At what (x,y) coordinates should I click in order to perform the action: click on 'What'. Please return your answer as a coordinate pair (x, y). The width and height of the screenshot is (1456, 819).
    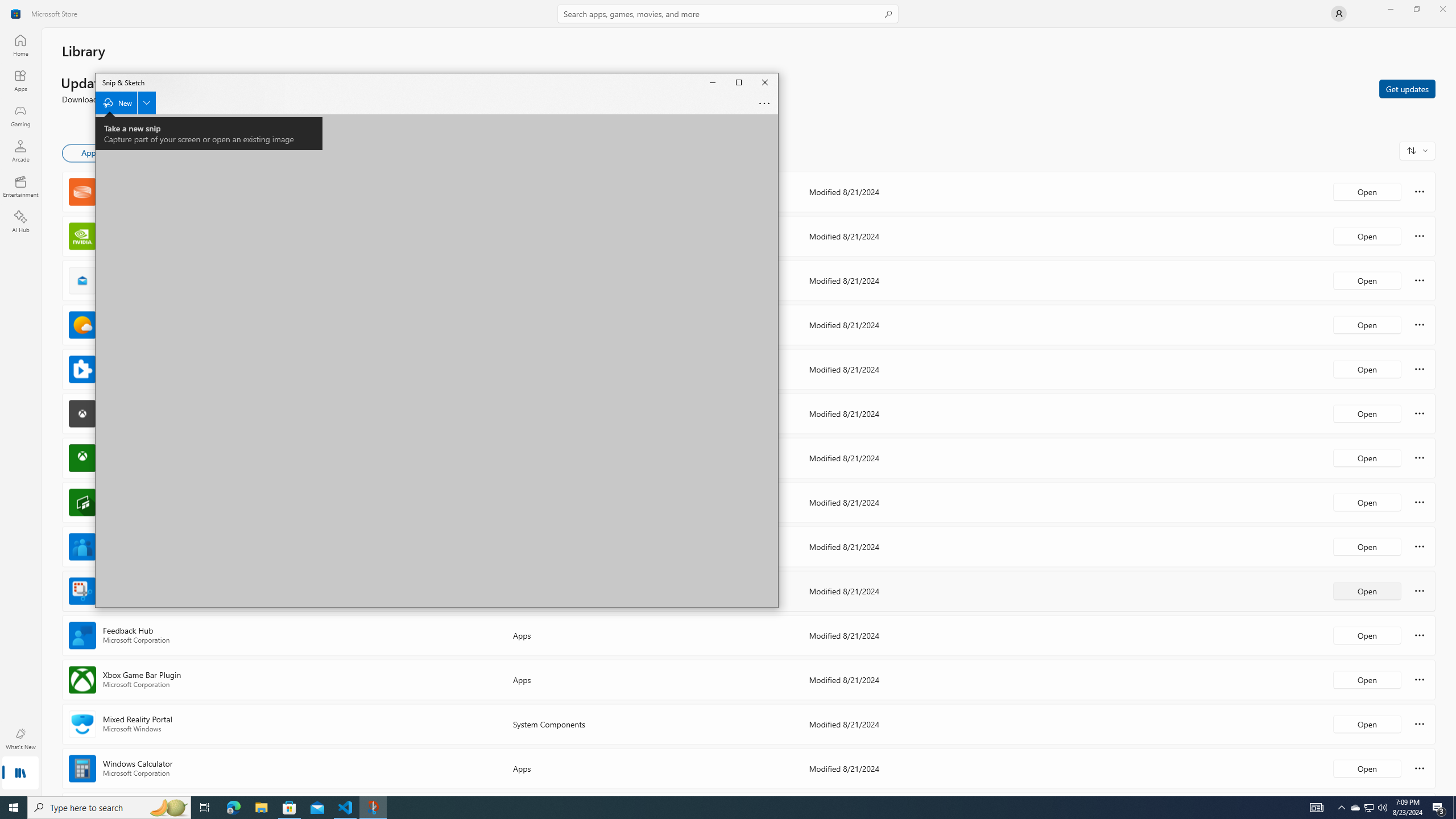
    Looking at the image, I should click on (19, 738).